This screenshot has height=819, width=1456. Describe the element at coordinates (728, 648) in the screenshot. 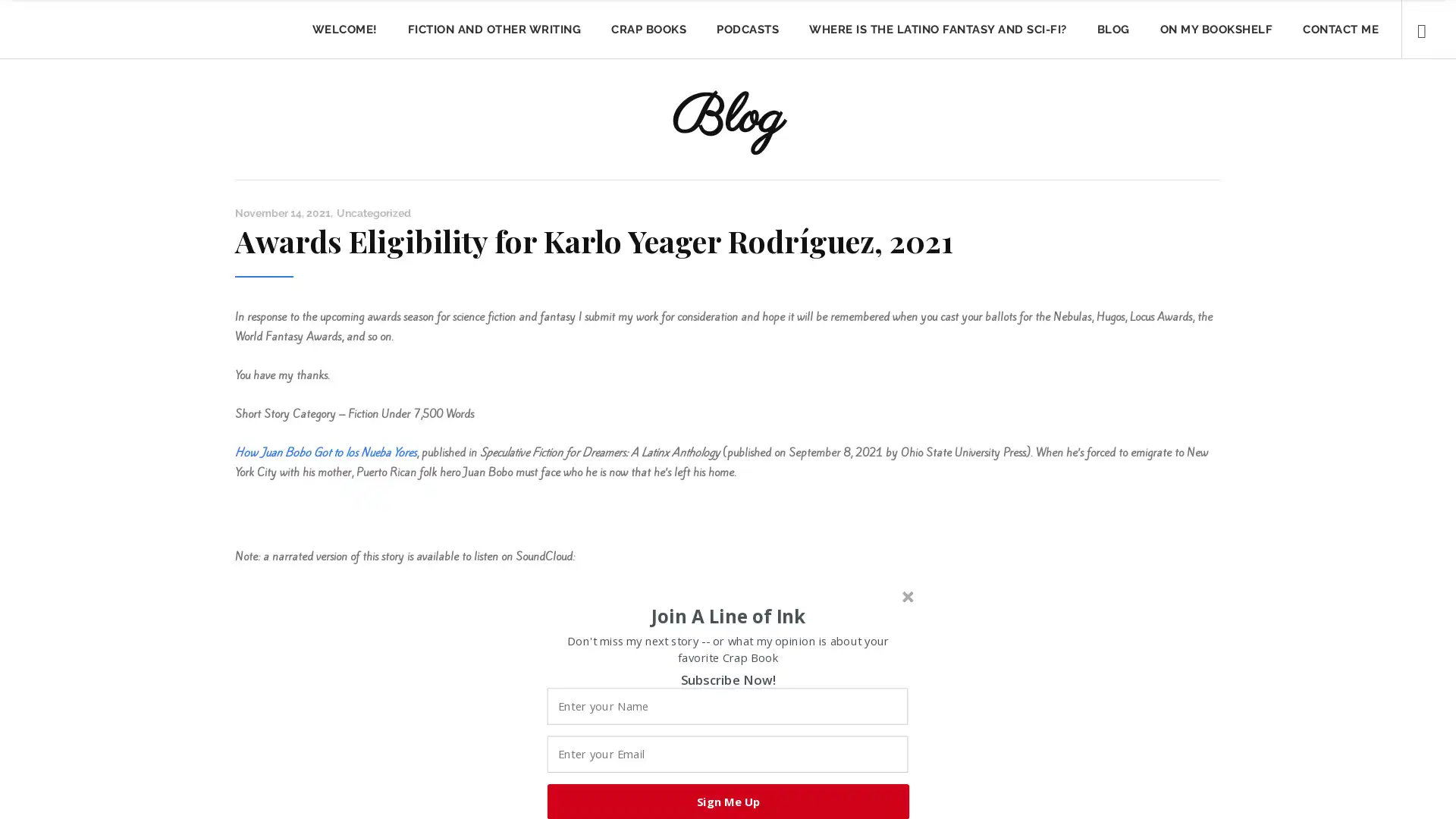

I see `Don't miss my next story -- or what my opinion is about your favorite Crap Book` at that location.